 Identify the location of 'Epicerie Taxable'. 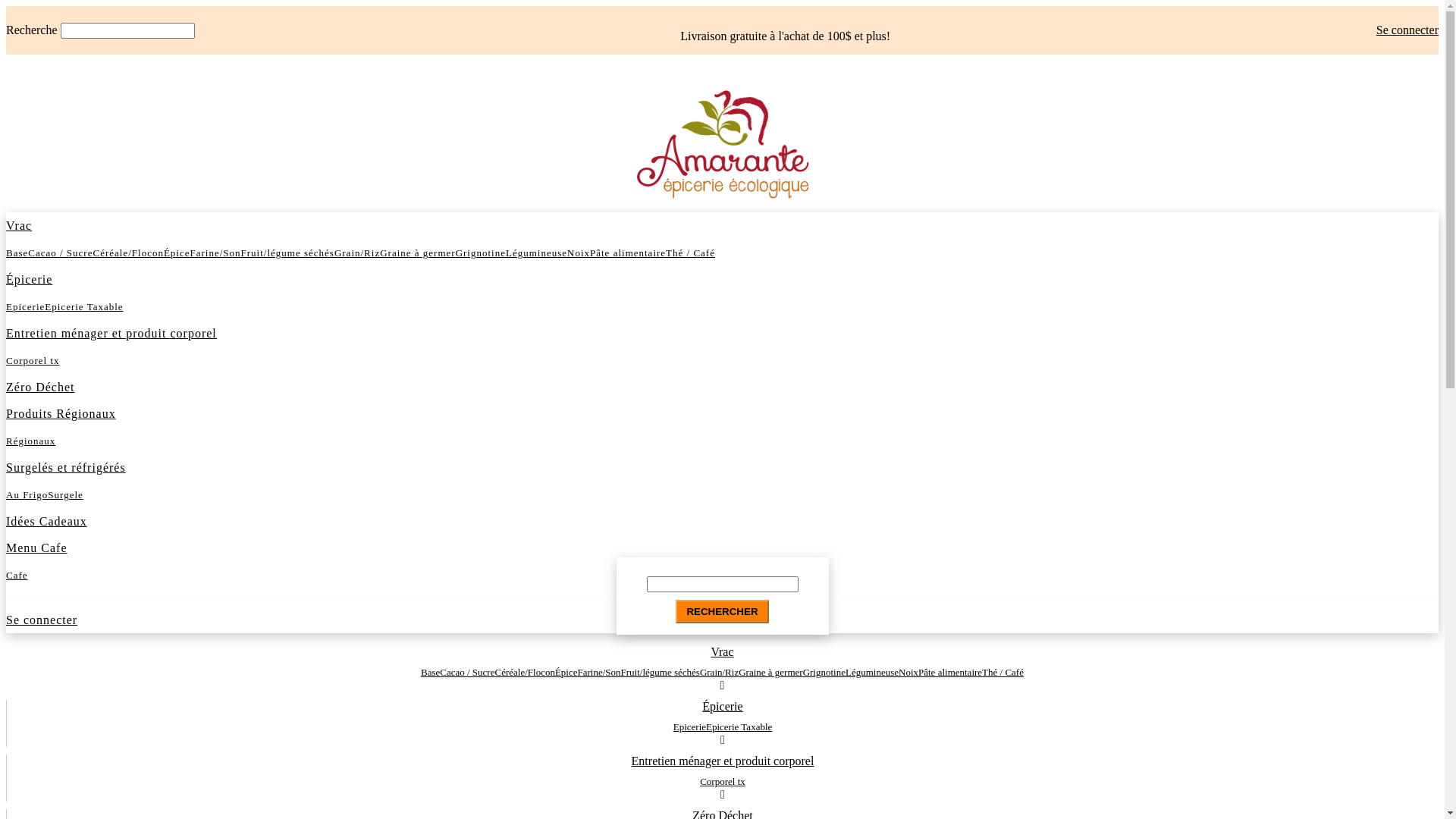
(739, 726).